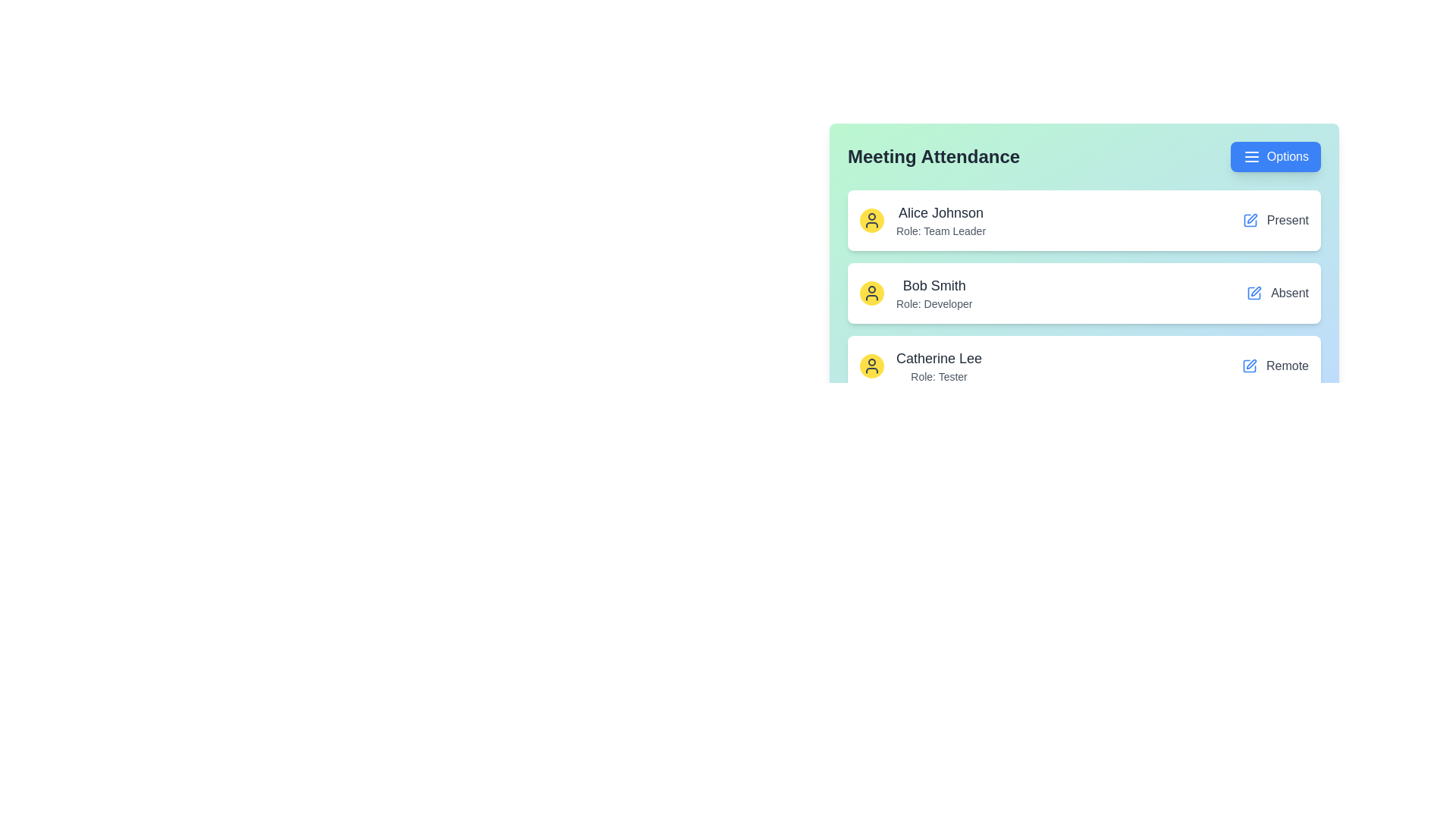 The image size is (1456, 819). I want to click on the user avatar icon located to the left of the text 'Bob Smith Role: Developer' in the second row of the attendance list, so click(872, 293).